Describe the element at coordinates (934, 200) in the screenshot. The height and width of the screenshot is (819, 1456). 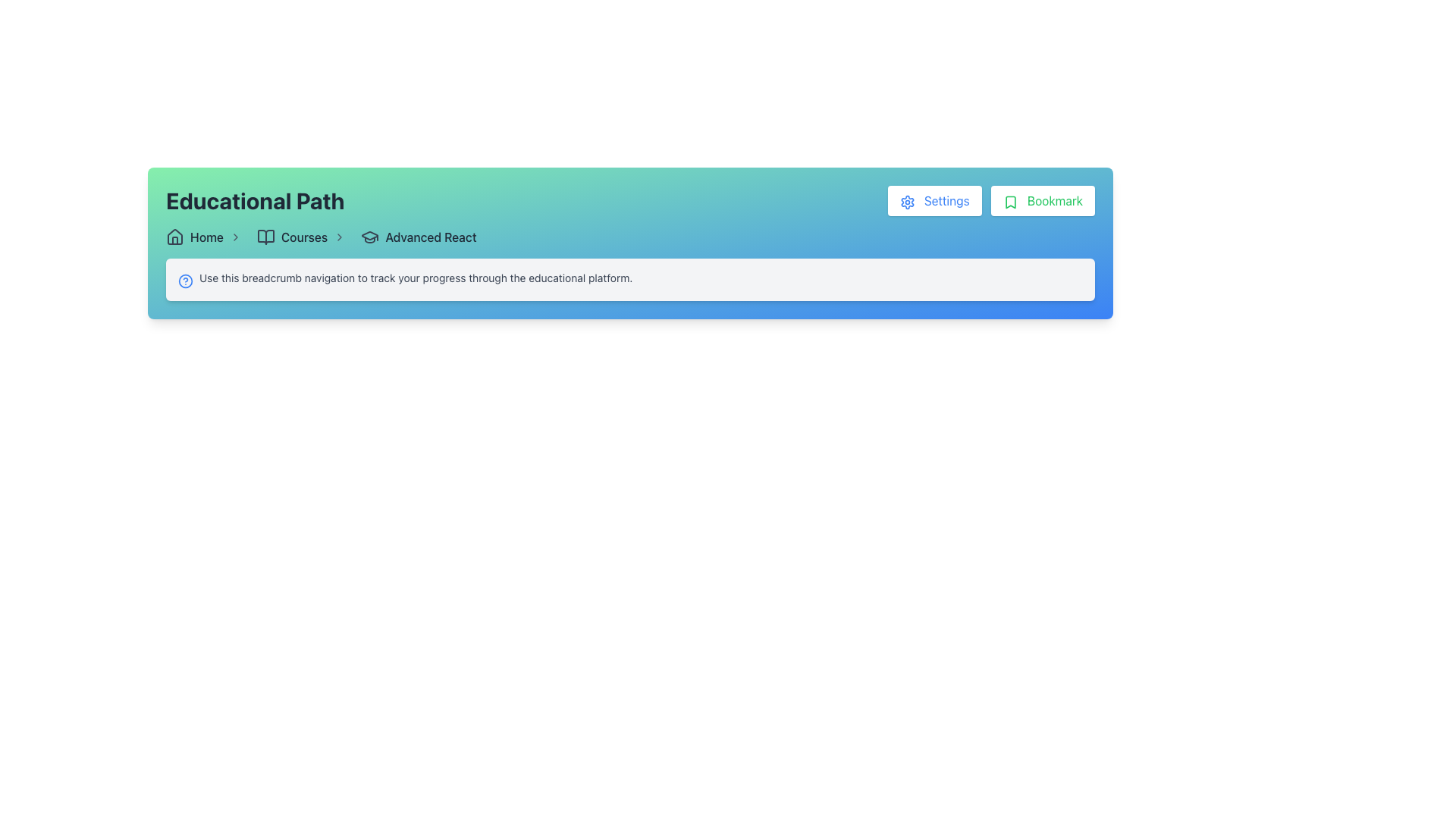
I see `the 'Settings' button located at the top right of the interface, which has a white background, rounded corners, and blue text with a gear icon` at that location.